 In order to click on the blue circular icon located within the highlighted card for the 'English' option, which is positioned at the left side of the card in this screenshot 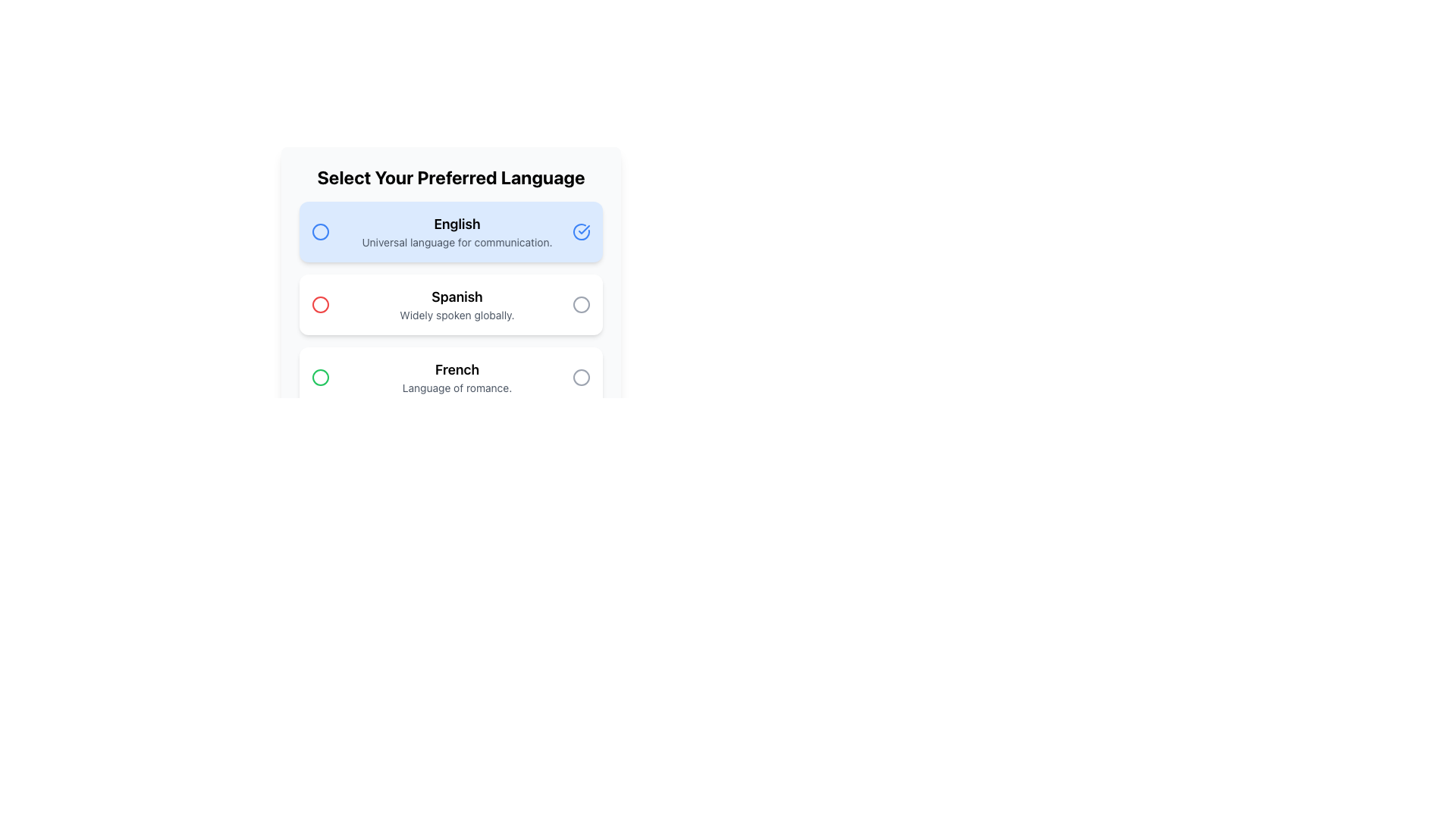, I will do `click(319, 231)`.